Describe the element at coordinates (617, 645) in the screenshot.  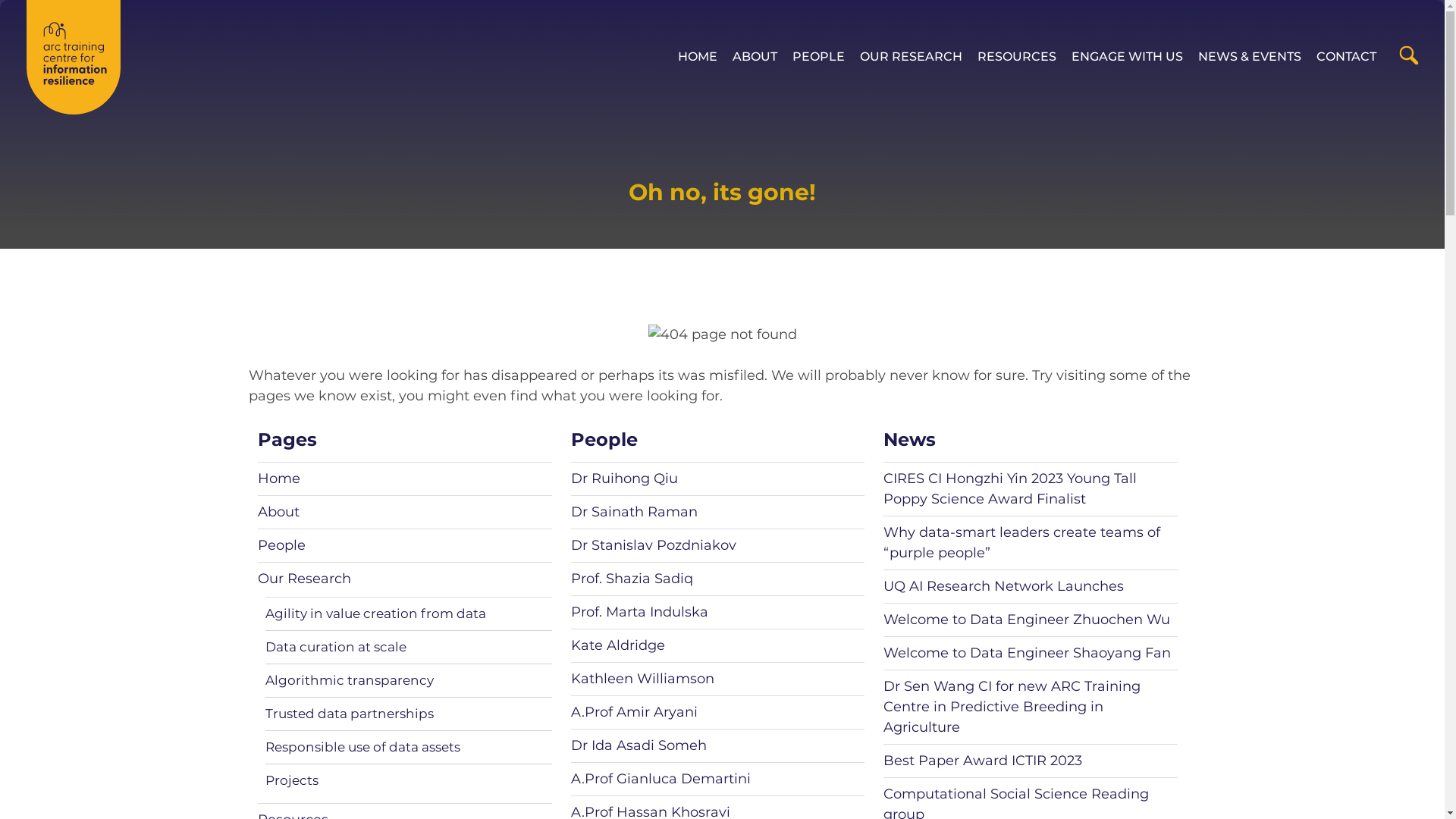
I see `'Kate Aldridge'` at that location.